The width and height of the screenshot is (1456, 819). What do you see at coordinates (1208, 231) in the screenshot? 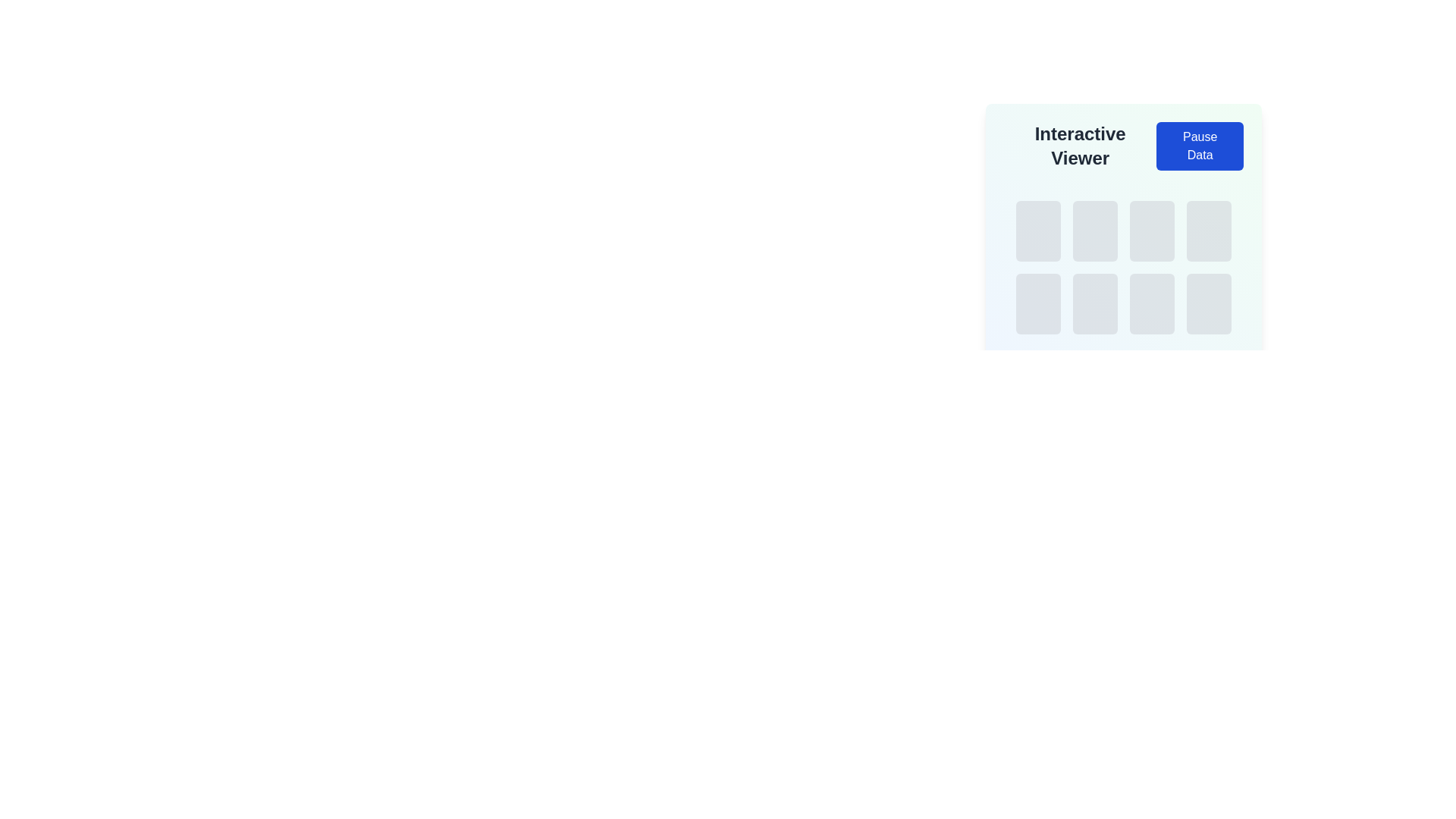
I see `the light gray rectangular Placeholder skeleton box with rounded corners located in the top right corner of the grid layout` at bounding box center [1208, 231].